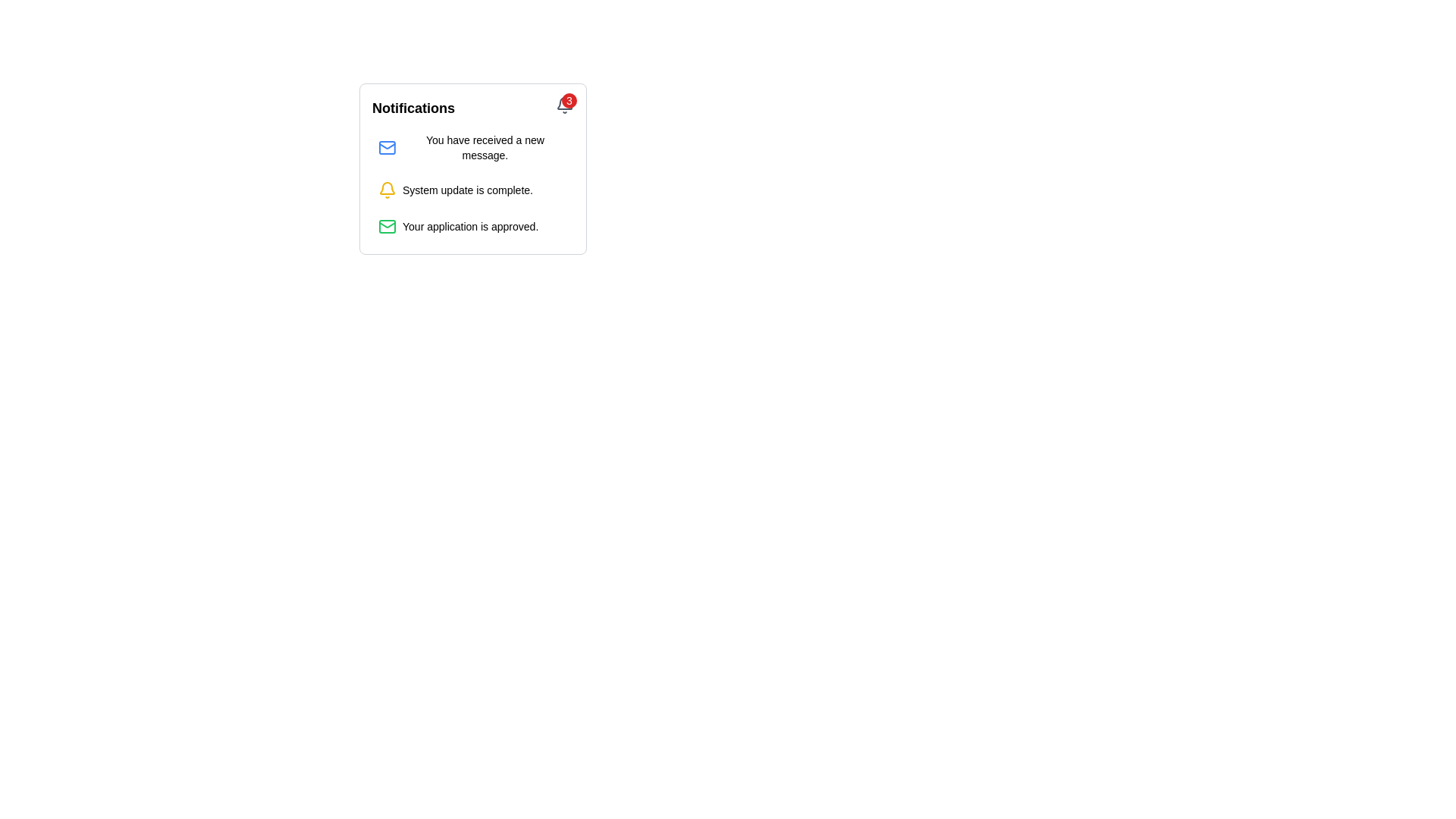 The height and width of the screenshot is (819, 1456). I want to click on the gray bell icon with a red badge showing '3' in the Notifications Header, so click(472, 107).